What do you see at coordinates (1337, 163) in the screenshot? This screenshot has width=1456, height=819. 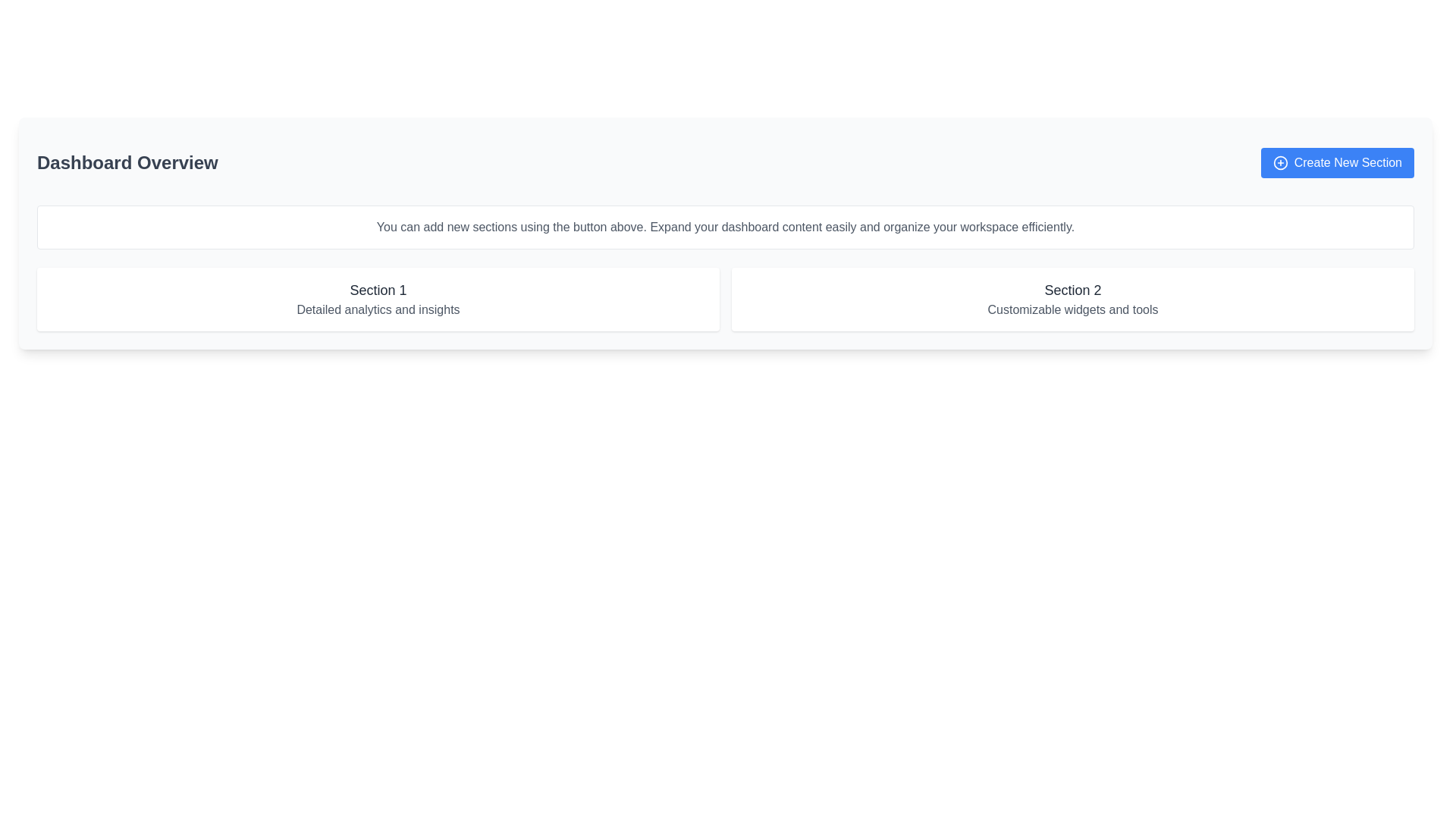 I see `the button labeled 'Create New Section' with a blue background and white text located in the top-right corner of the 'Dashboard Overview' section to create a new section` at bounding box center [1337, 163].